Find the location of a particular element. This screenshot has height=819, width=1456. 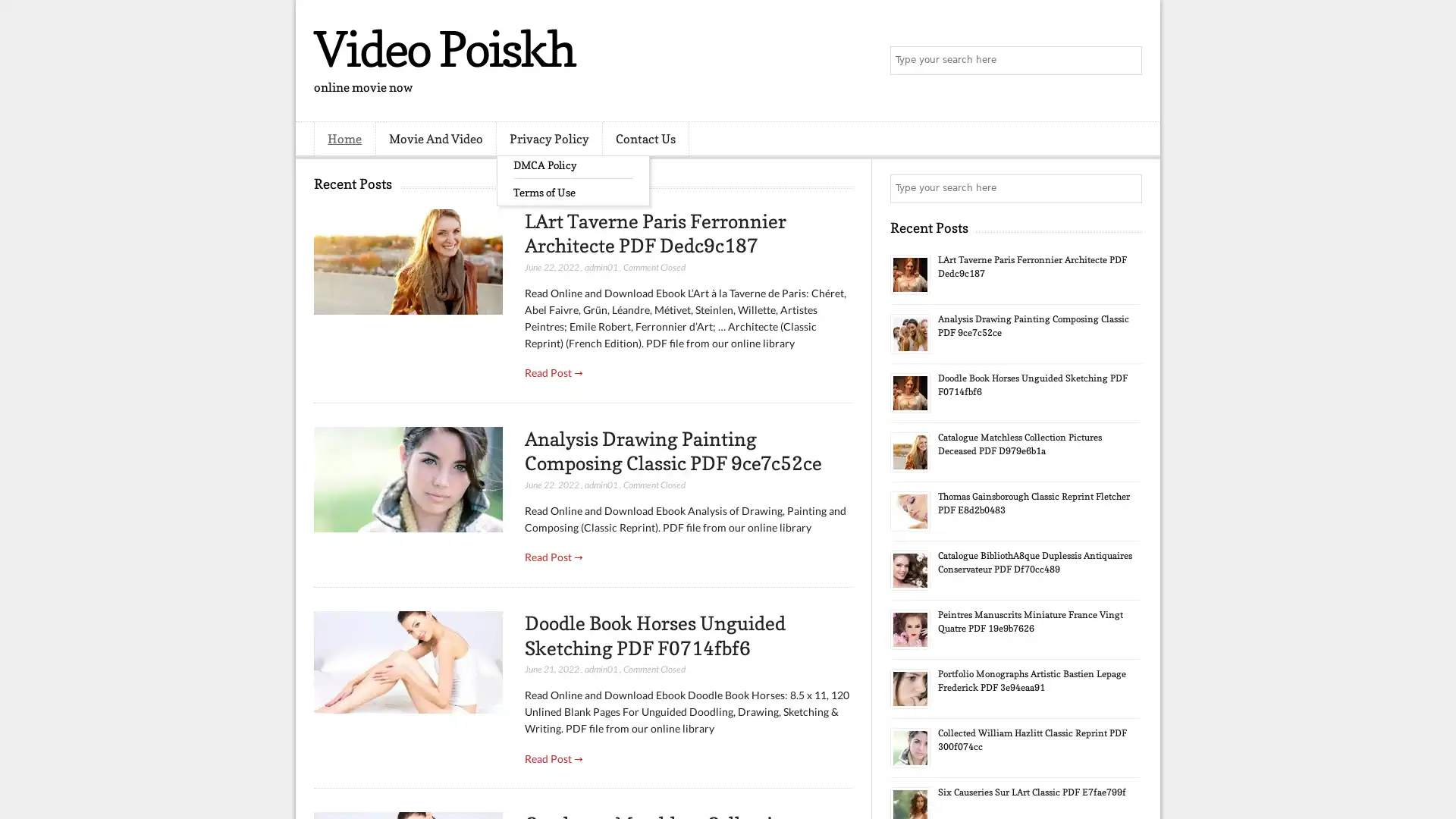

Search is located at coordinates (1126, 188).